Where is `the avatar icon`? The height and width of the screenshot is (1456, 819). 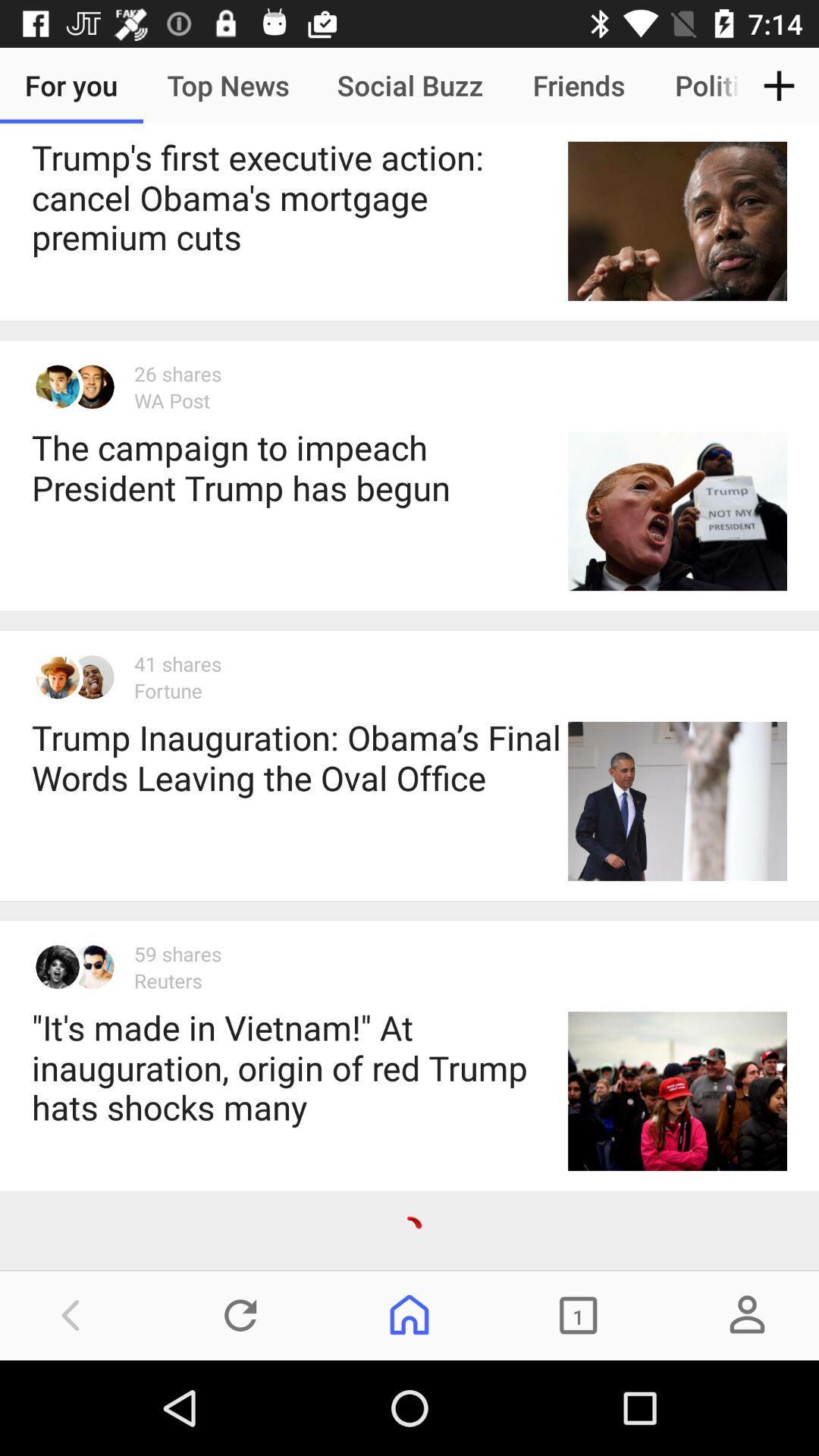 the avatar icon is located at coordinates (746, 1314).